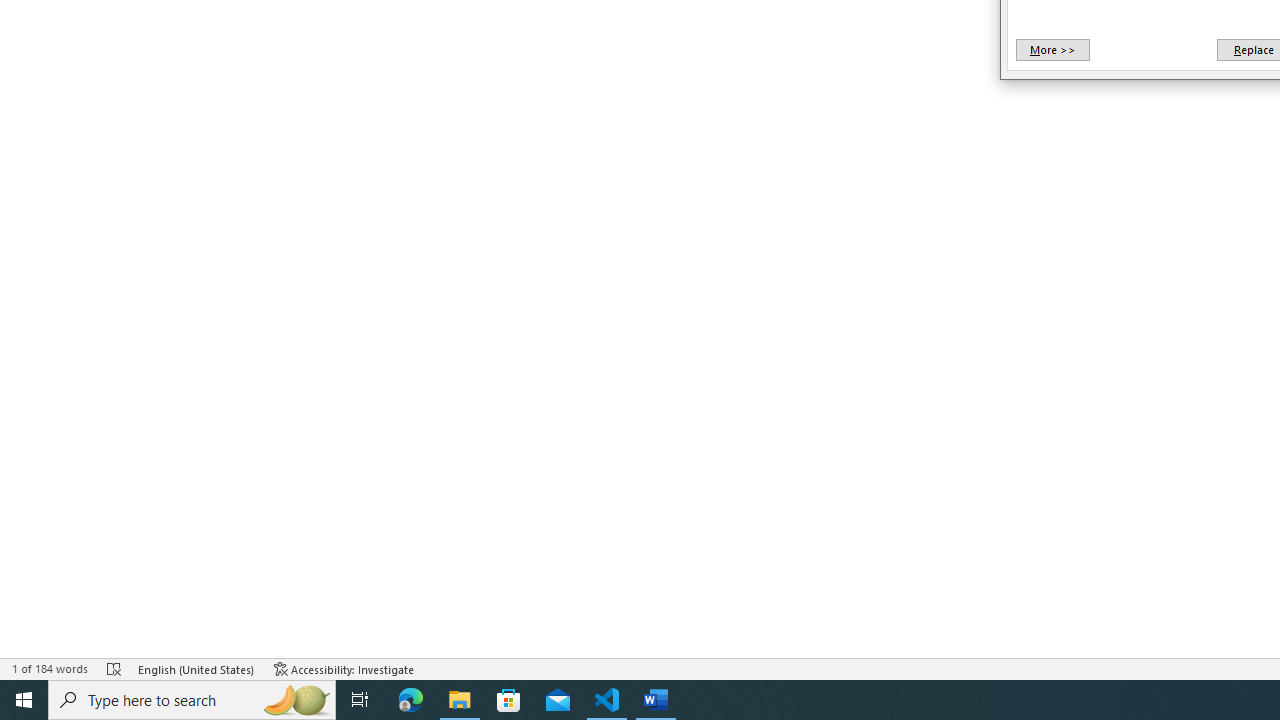  I want to click on 'Type here to search', so click(192, 698).